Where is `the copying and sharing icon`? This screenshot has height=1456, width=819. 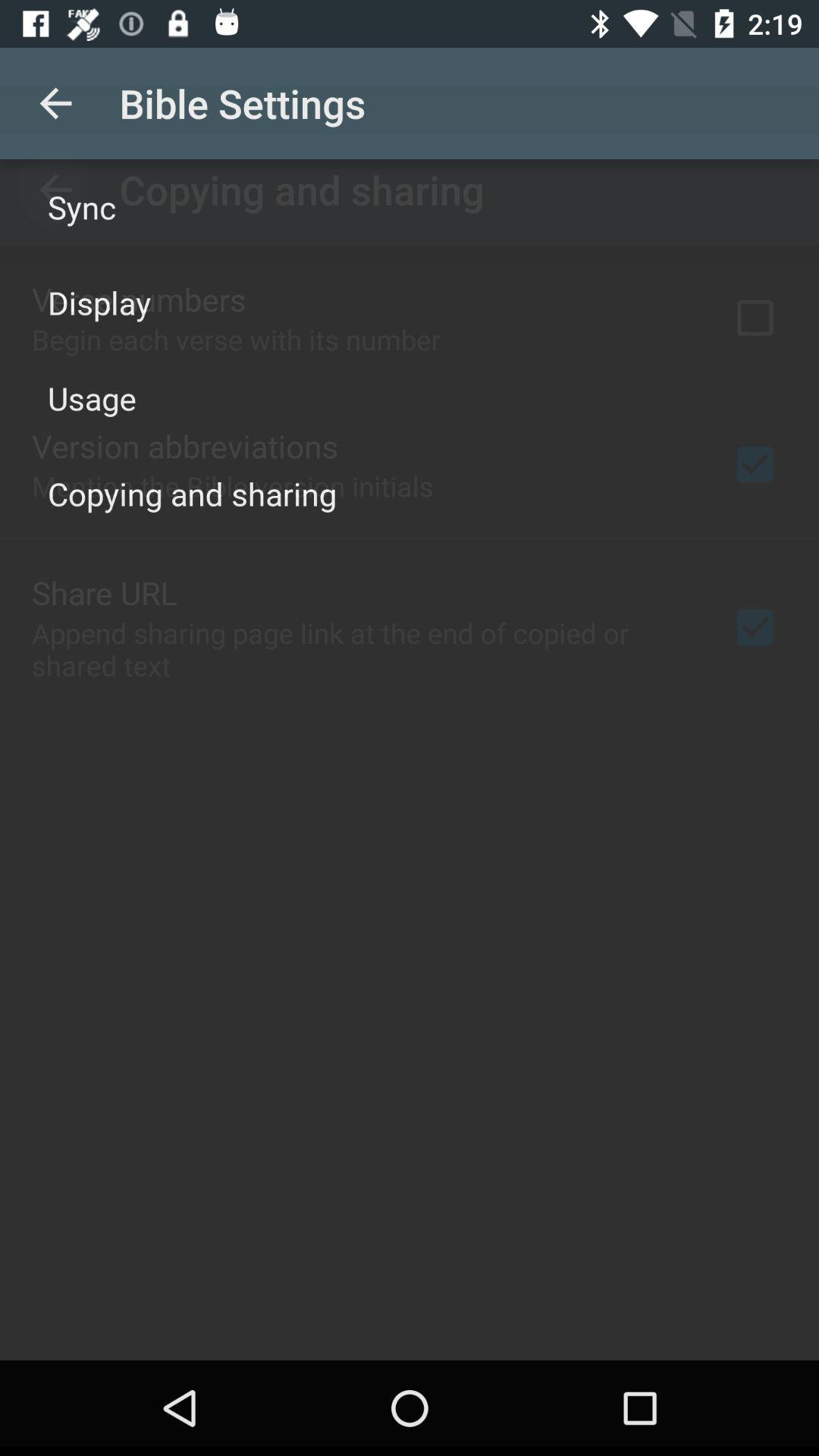 the copying and sharing icon is located at coordinates (191, 494).